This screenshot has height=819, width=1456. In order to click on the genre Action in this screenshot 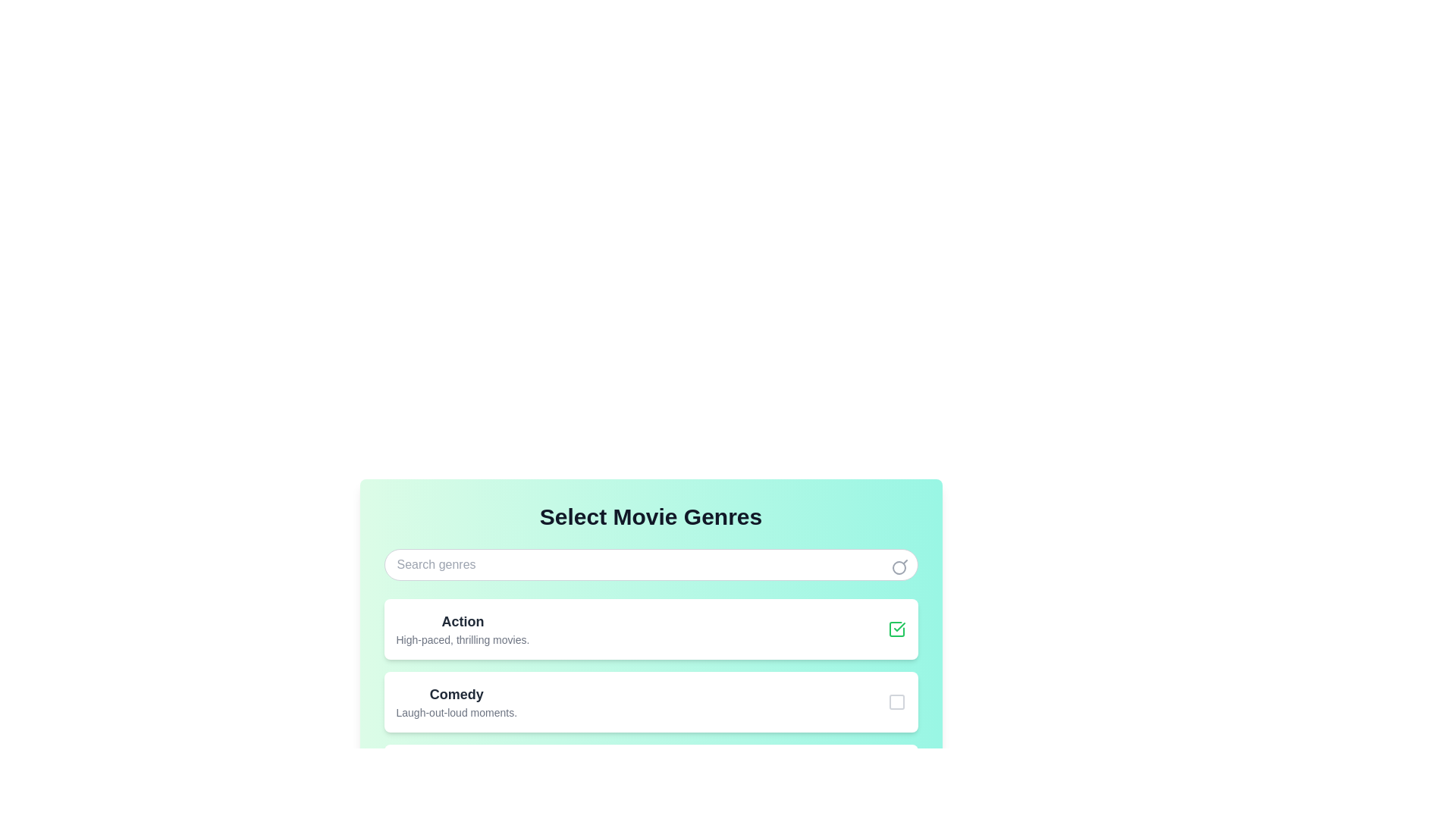, I will do `click(896, 629)`.